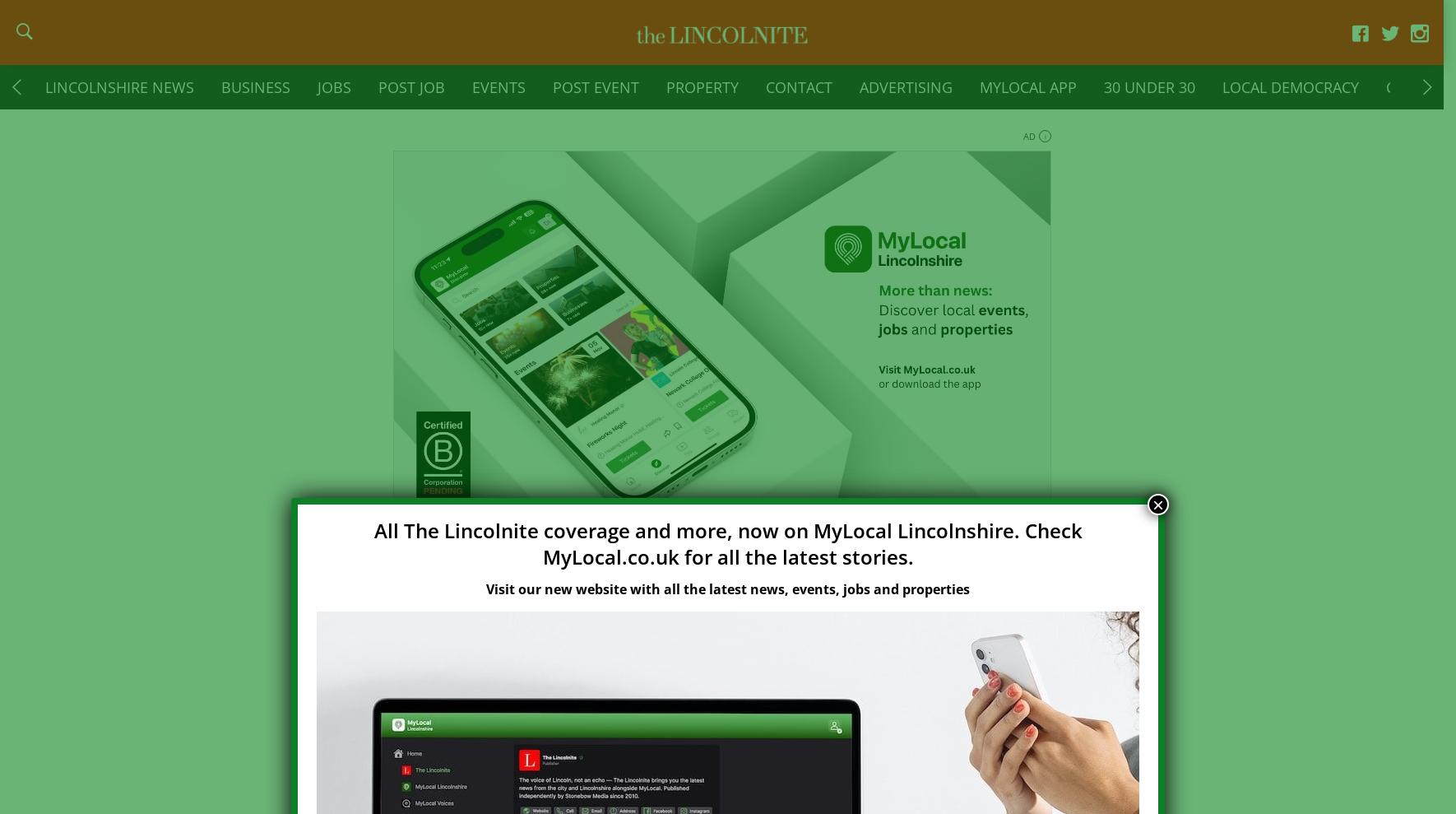  I want to click on 'i', so click(1043, 146).